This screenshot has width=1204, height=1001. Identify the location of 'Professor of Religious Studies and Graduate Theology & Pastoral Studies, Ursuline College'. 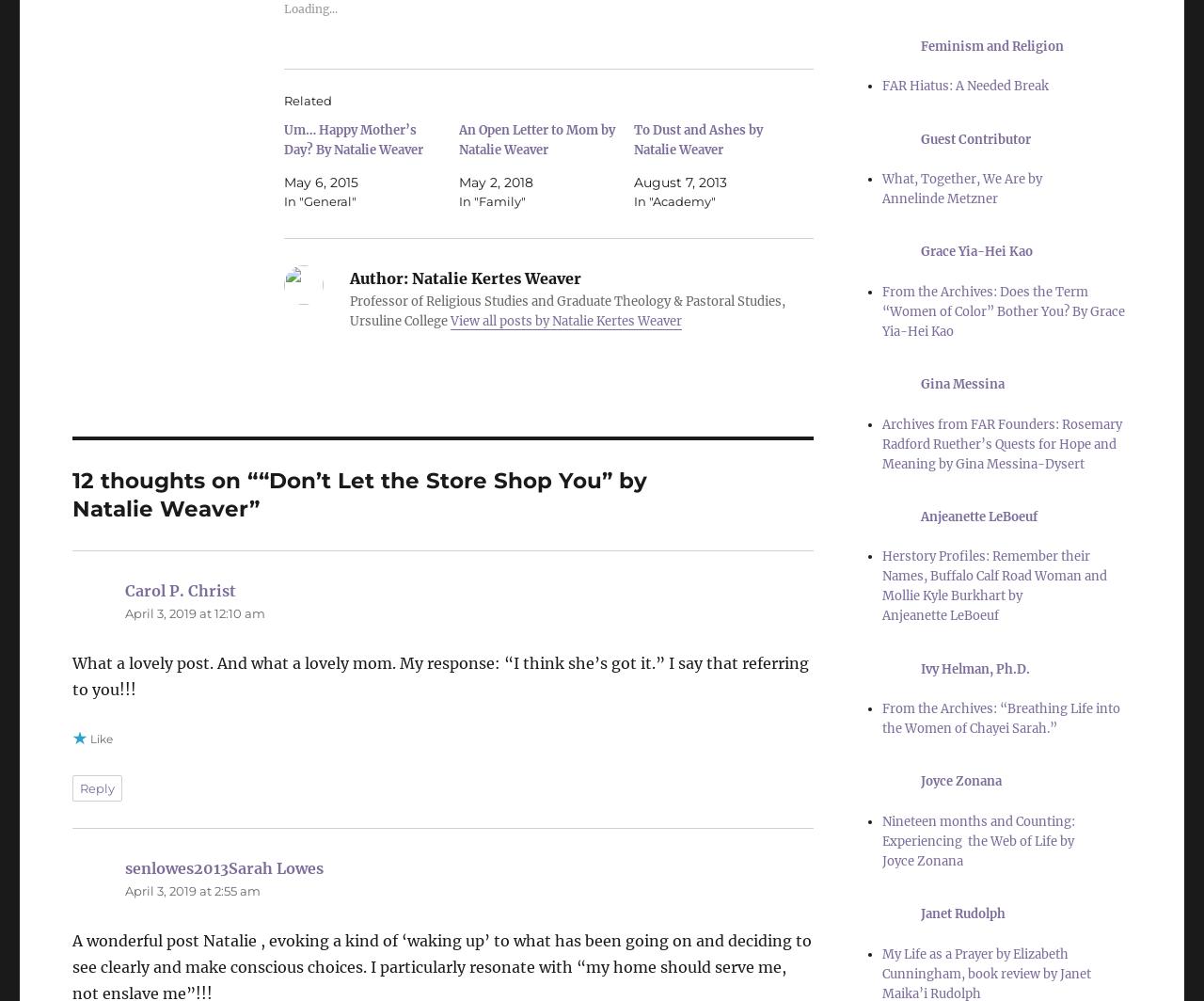
(349, 311).